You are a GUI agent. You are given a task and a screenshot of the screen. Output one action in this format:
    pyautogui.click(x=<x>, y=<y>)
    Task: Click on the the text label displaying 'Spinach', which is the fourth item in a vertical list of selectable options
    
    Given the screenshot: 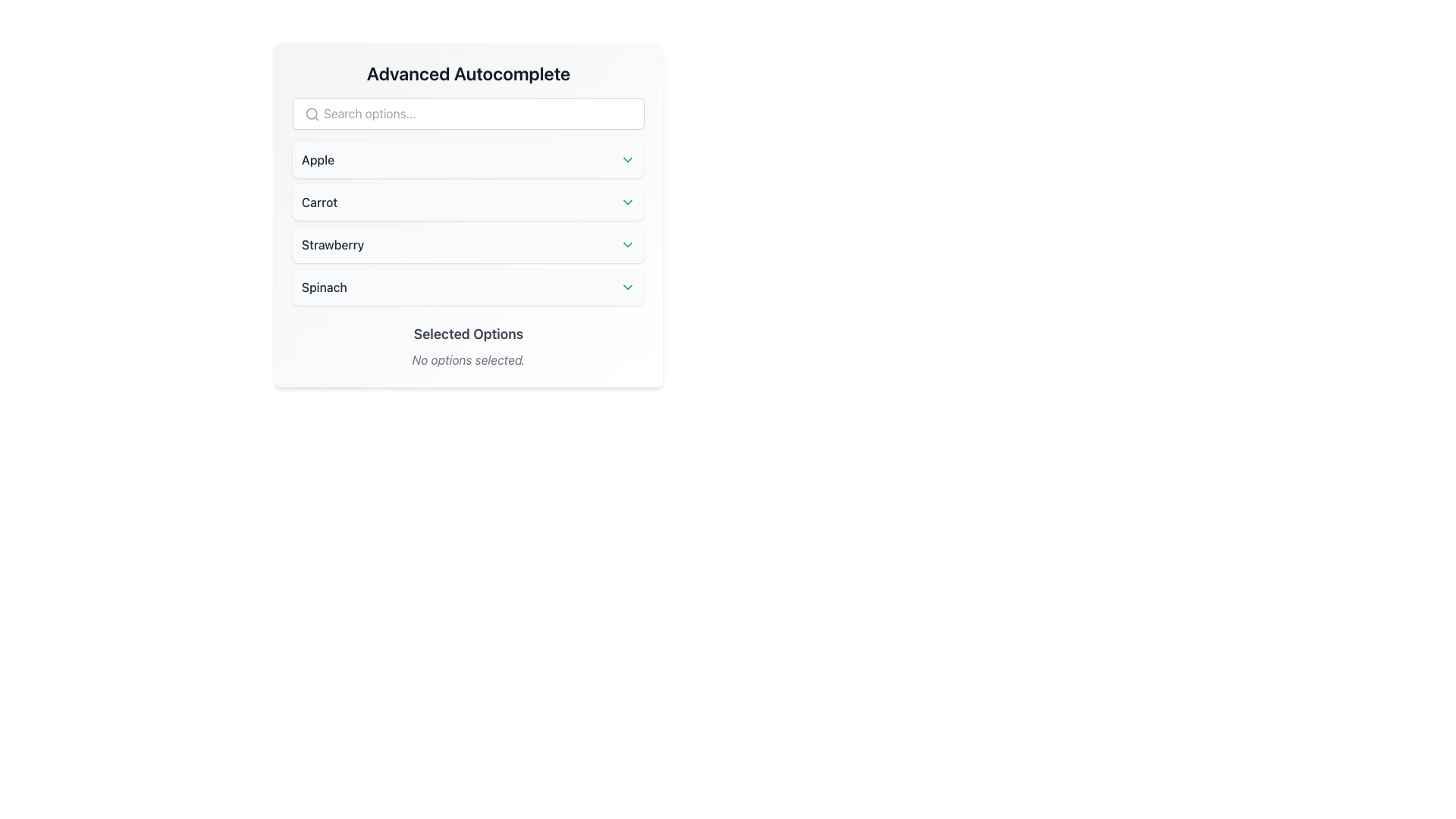 What is the action you would take?
    pyautogui.click(x=323, y=287)
    